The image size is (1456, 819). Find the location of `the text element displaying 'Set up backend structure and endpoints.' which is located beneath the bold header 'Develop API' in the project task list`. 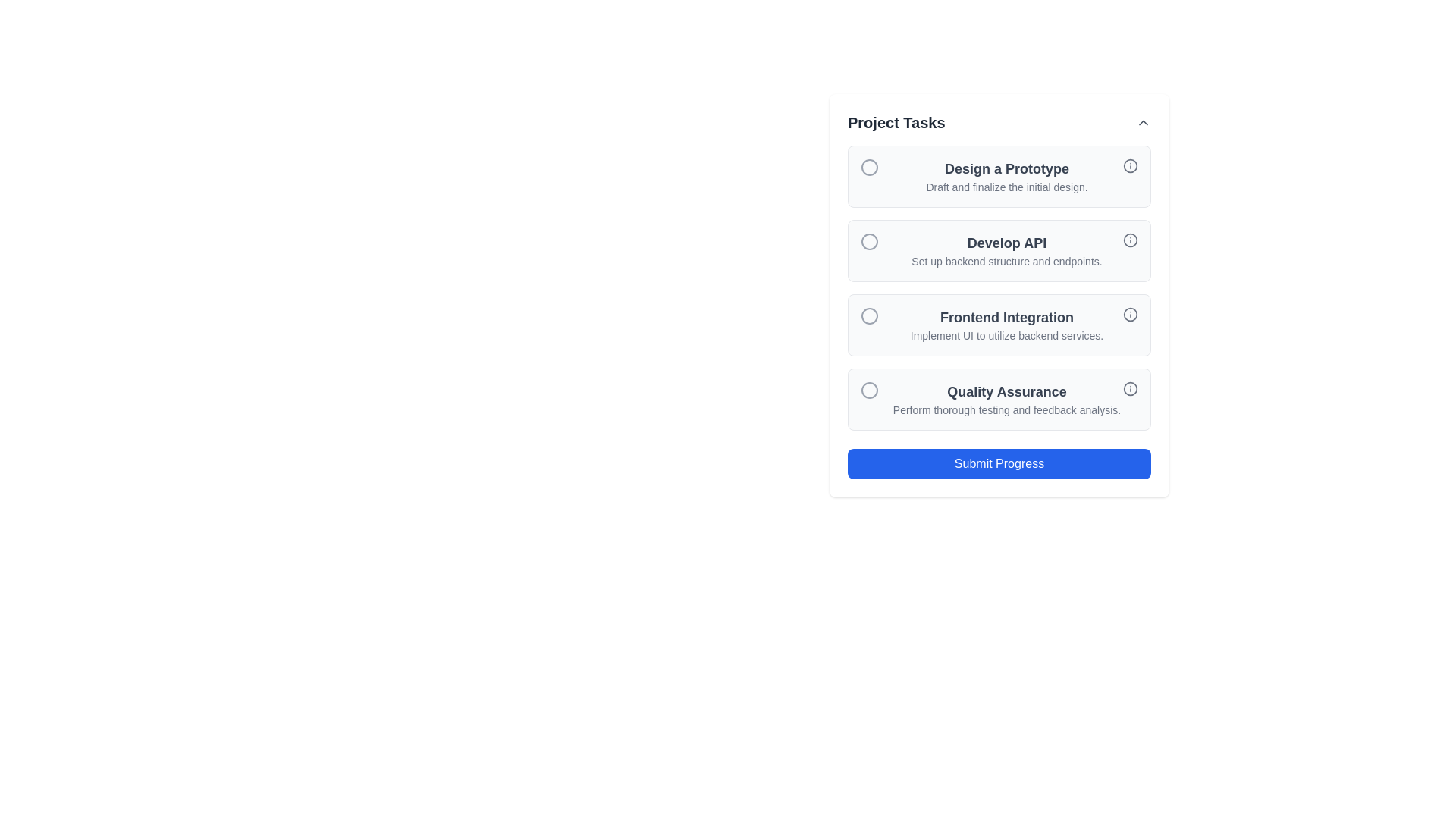

the text element displaying 'Set up backend structure and endpoints.' which is located beneath the bold header 'Develop API' in the project task list is located at coordinates (1007, 260).